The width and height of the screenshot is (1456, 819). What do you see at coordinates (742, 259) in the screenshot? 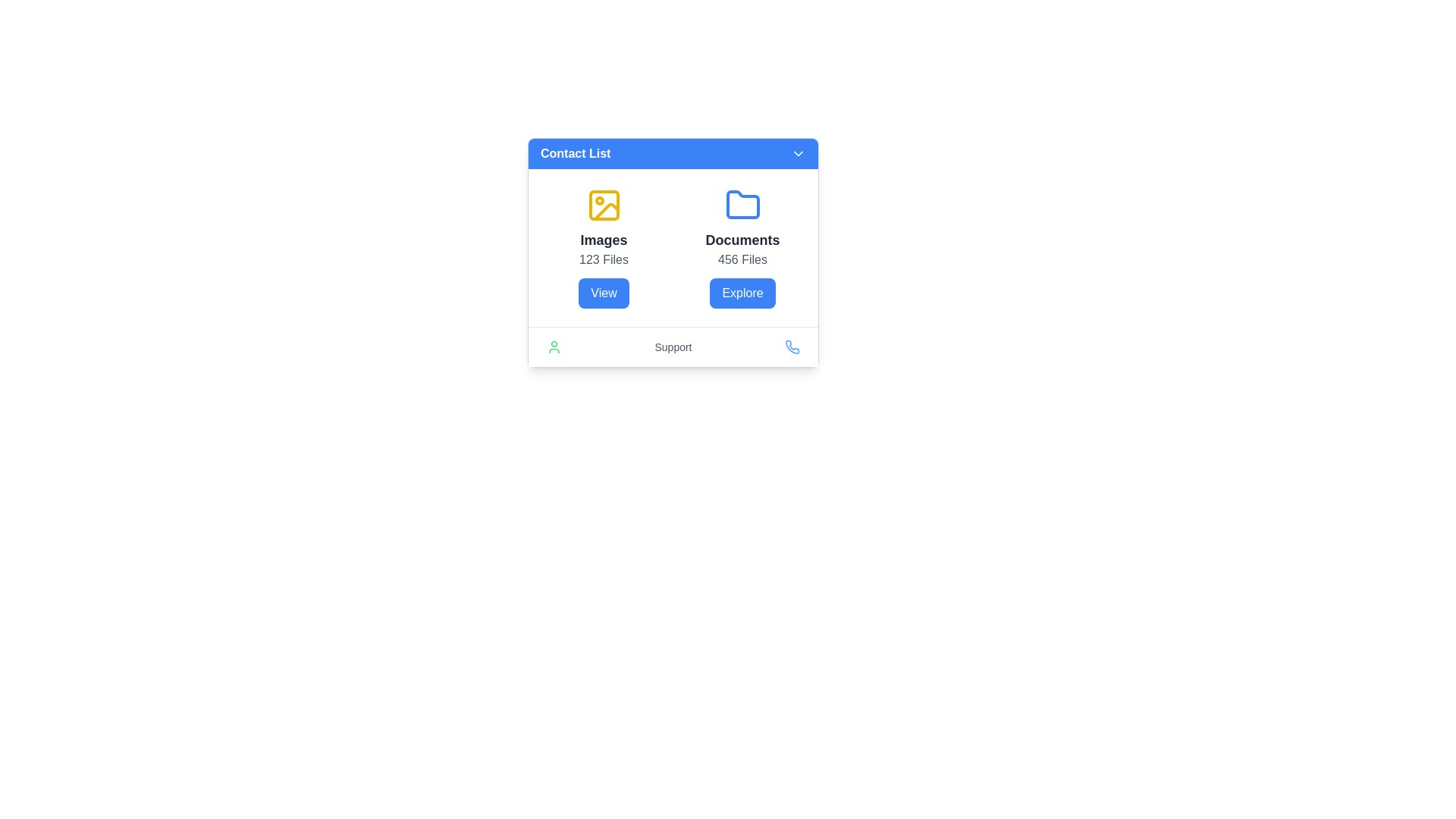
I see `the Label/Text Display that shows '456 Files' in medium gray color, located below 'Documents' and above the 'Explore' button within the 'Documents' section` at bounding box center [742, 259].